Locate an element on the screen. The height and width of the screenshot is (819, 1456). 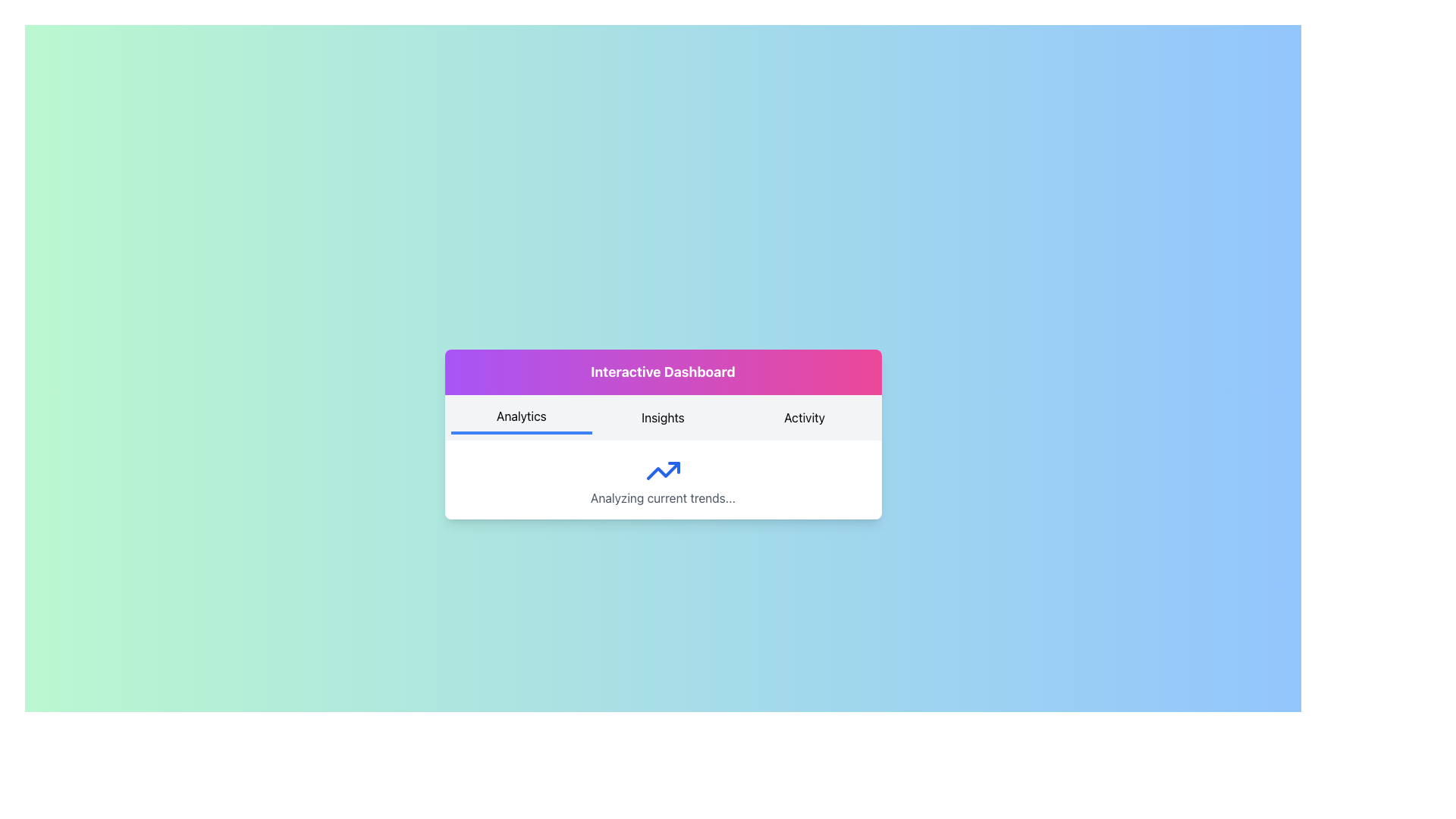
the decorative and informational text element reading 'Analyzing current trends...' with an upward trending arrow icon, located centrally beneath the navigation tabs in the 'Interactive Dashboard' is located at coordinates (663, 479).